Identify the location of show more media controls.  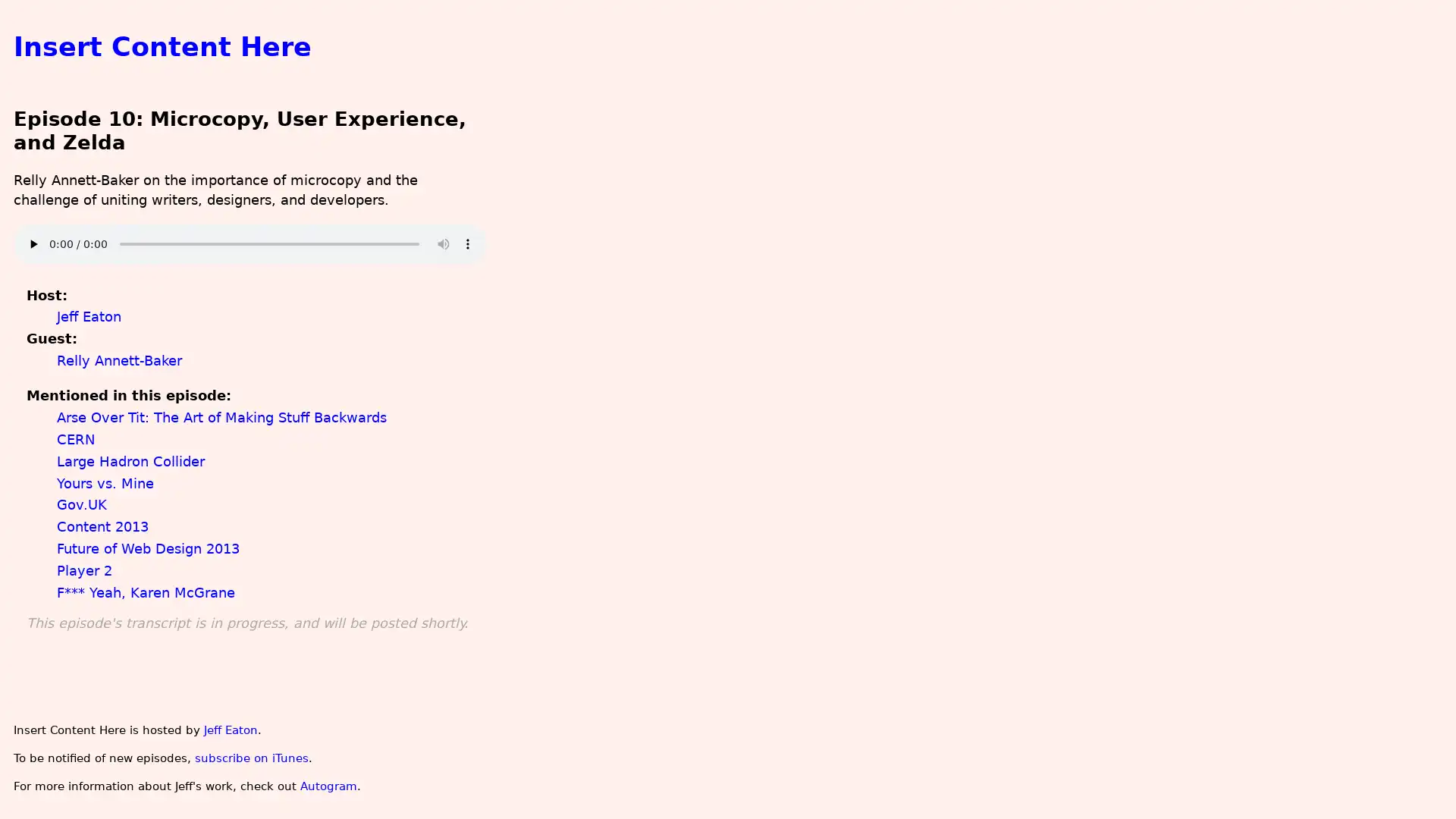
(466, 243).